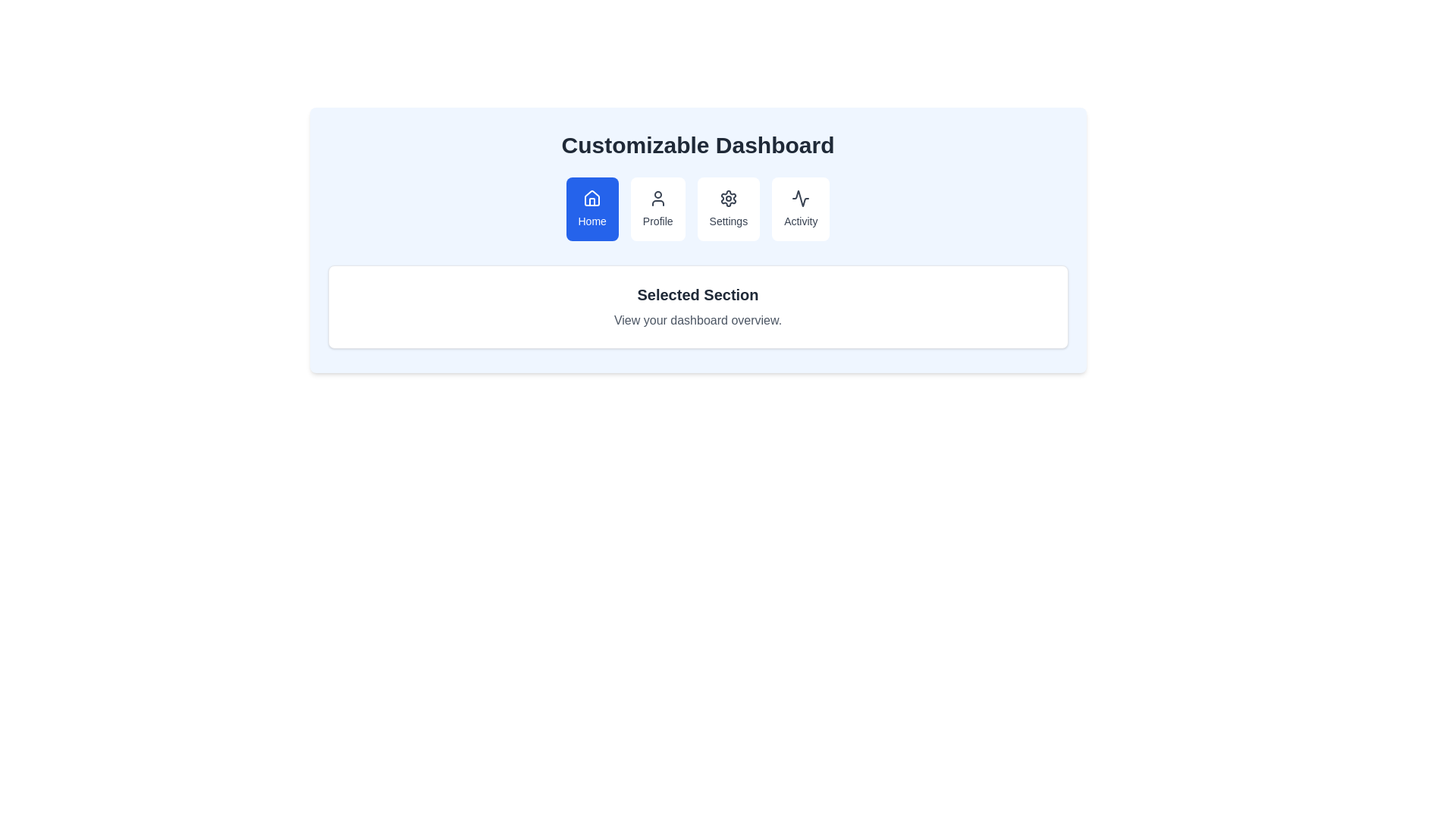 The image size is (1456, 819). What do you see at coordinates (697, 295) in the screenshot?
I see `the header text element that provides context for the section below it, located above the 'View your dashboard overview.' text` at bounding box center [697, 295].